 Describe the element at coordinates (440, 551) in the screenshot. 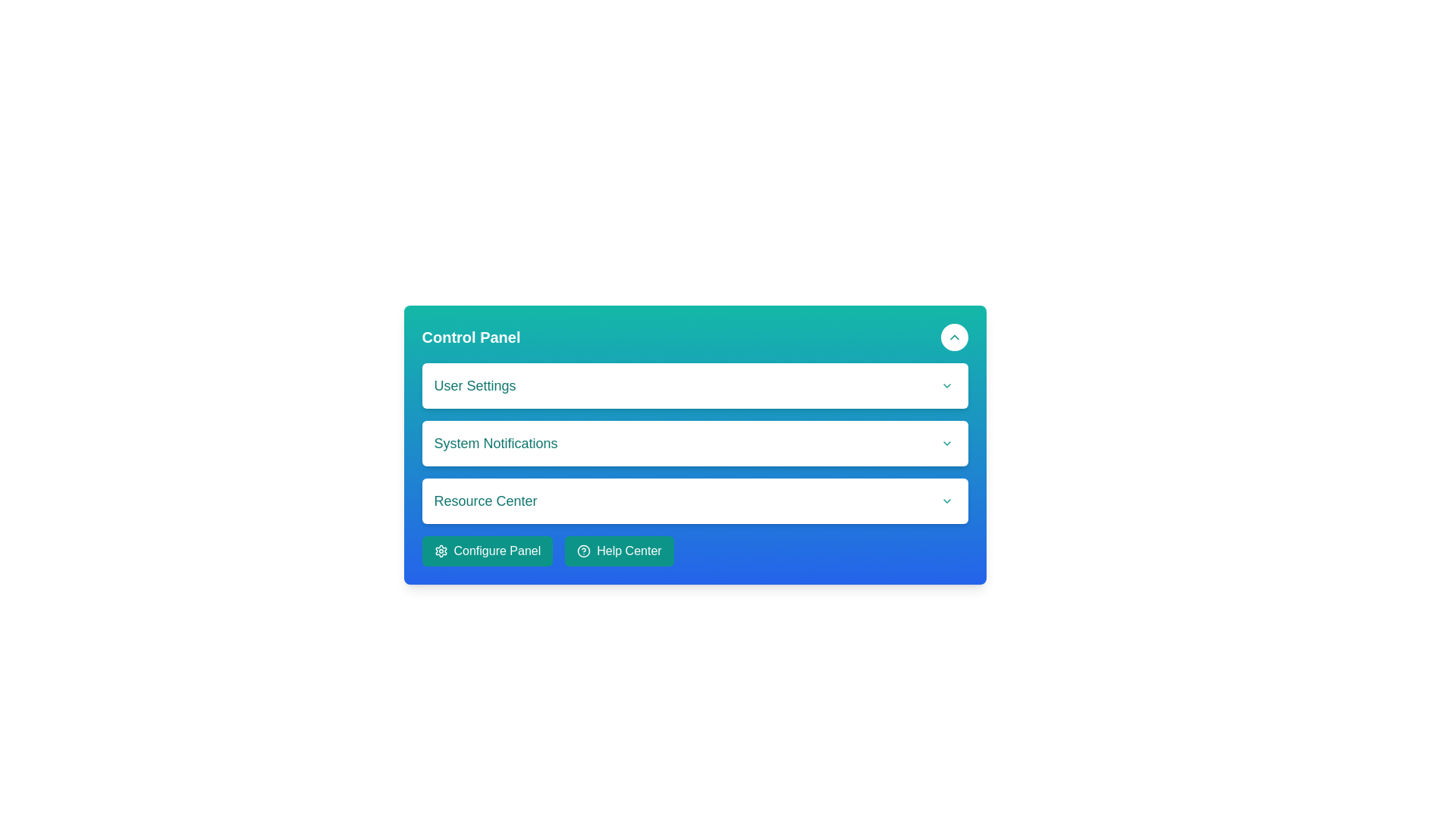

I see `the configuration icon located centrally within the 'Configure Panel' button at the bottom left corner of the panel` at that location.